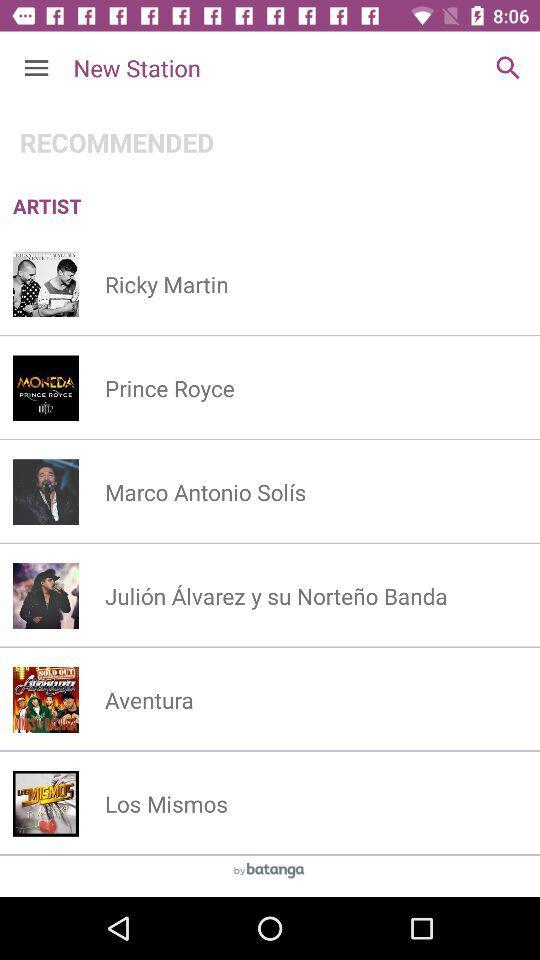 The height and width of the screenshot is (960, 540). I want to click on the icon next to new station item, so click(36, 68).